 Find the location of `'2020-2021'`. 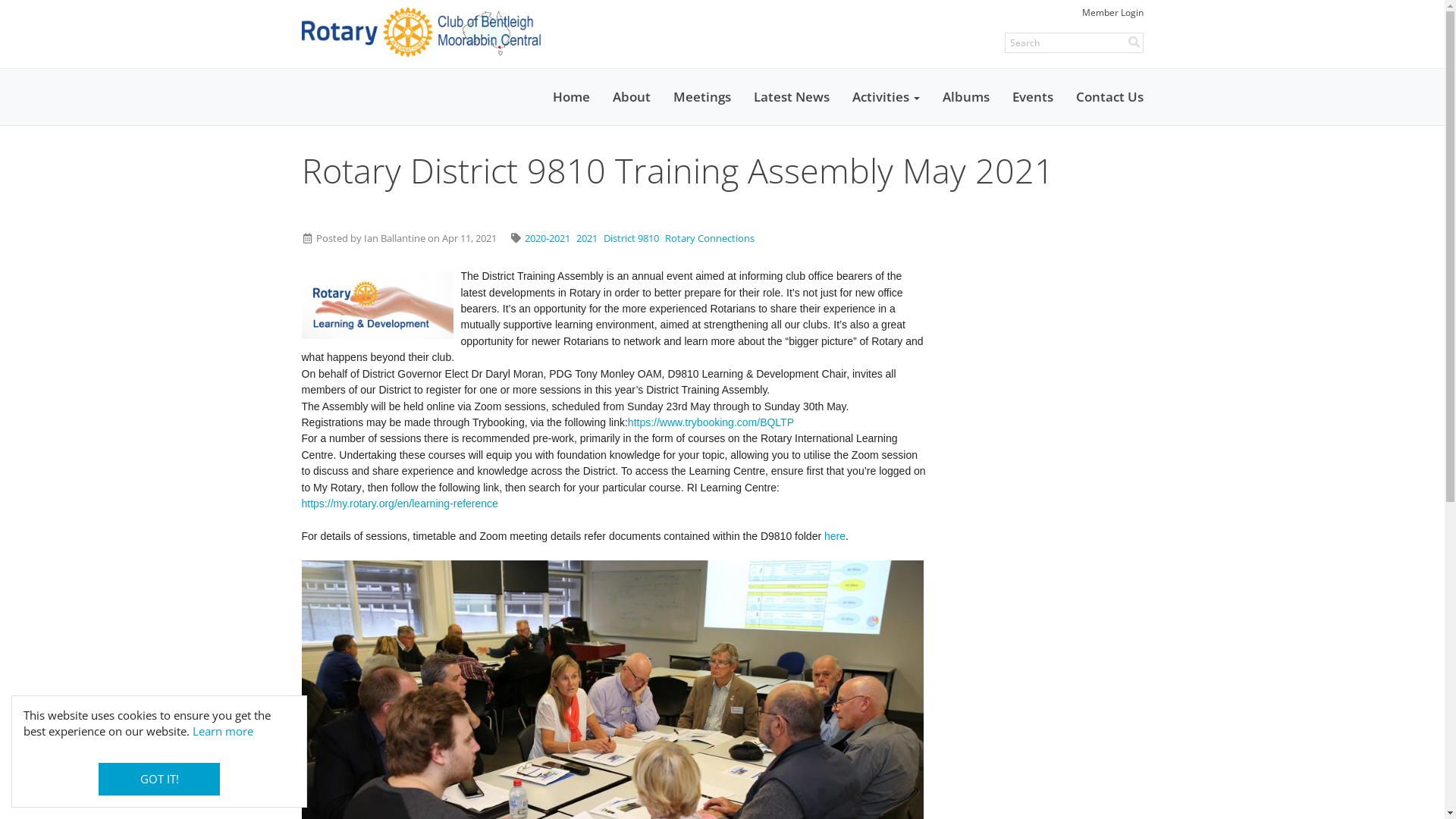

'2020-2021' is located at coordinates (546, 237).